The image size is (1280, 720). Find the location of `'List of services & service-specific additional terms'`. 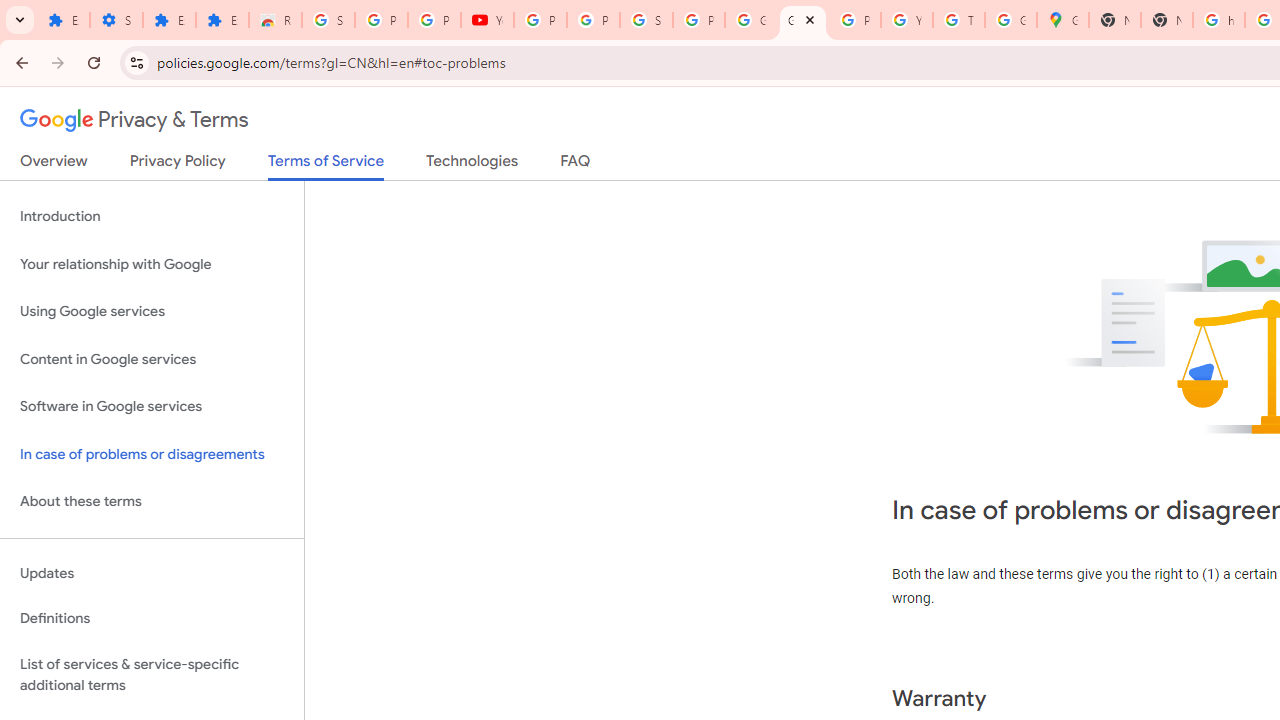

'List of services & service-specific additional terms' is located at coordinates (151, 675).